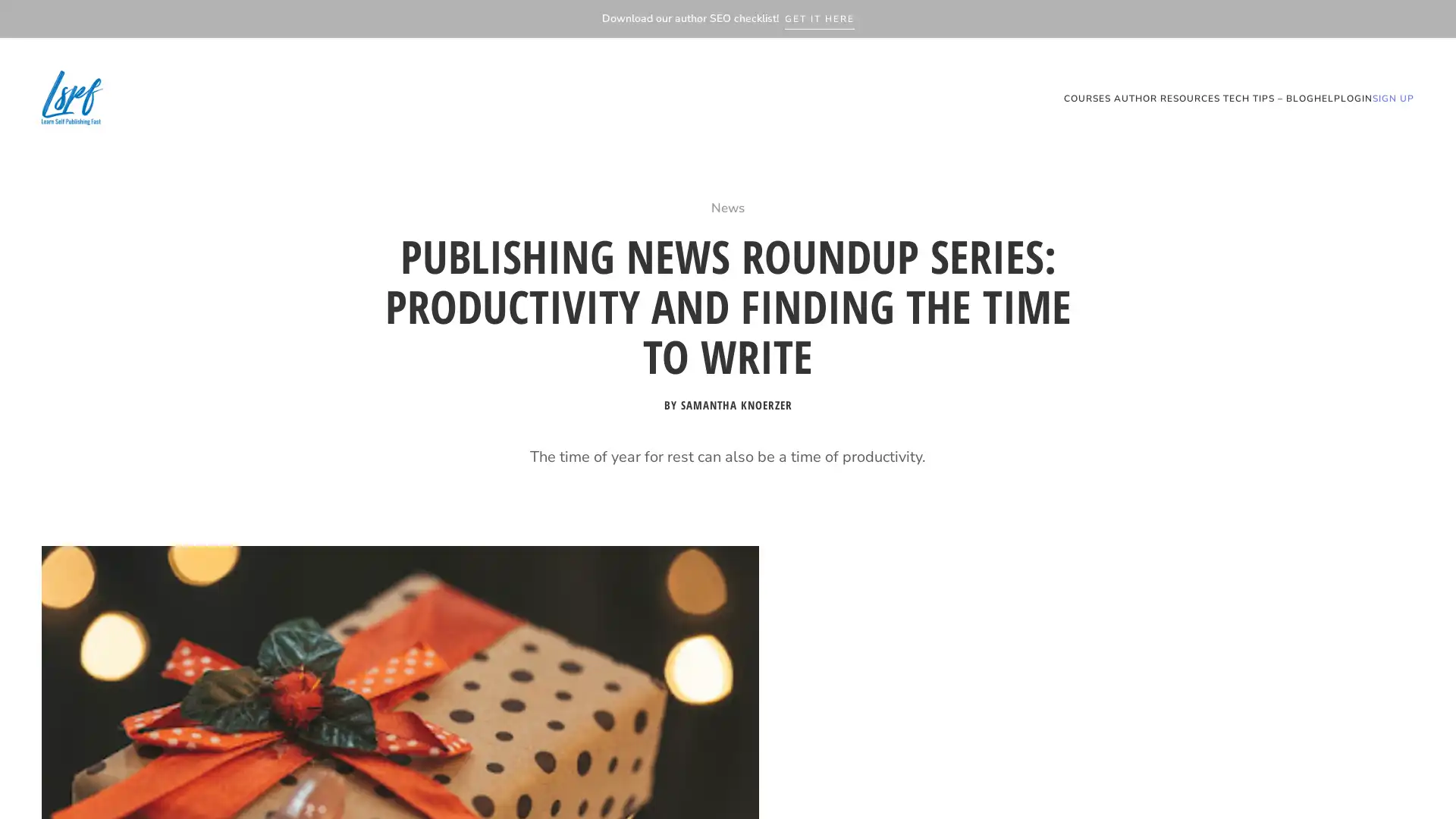  What do you see at coordinates (673, 485) in the screenshot?
I see `GET IT NOW!` at bounding box center [673, 485].